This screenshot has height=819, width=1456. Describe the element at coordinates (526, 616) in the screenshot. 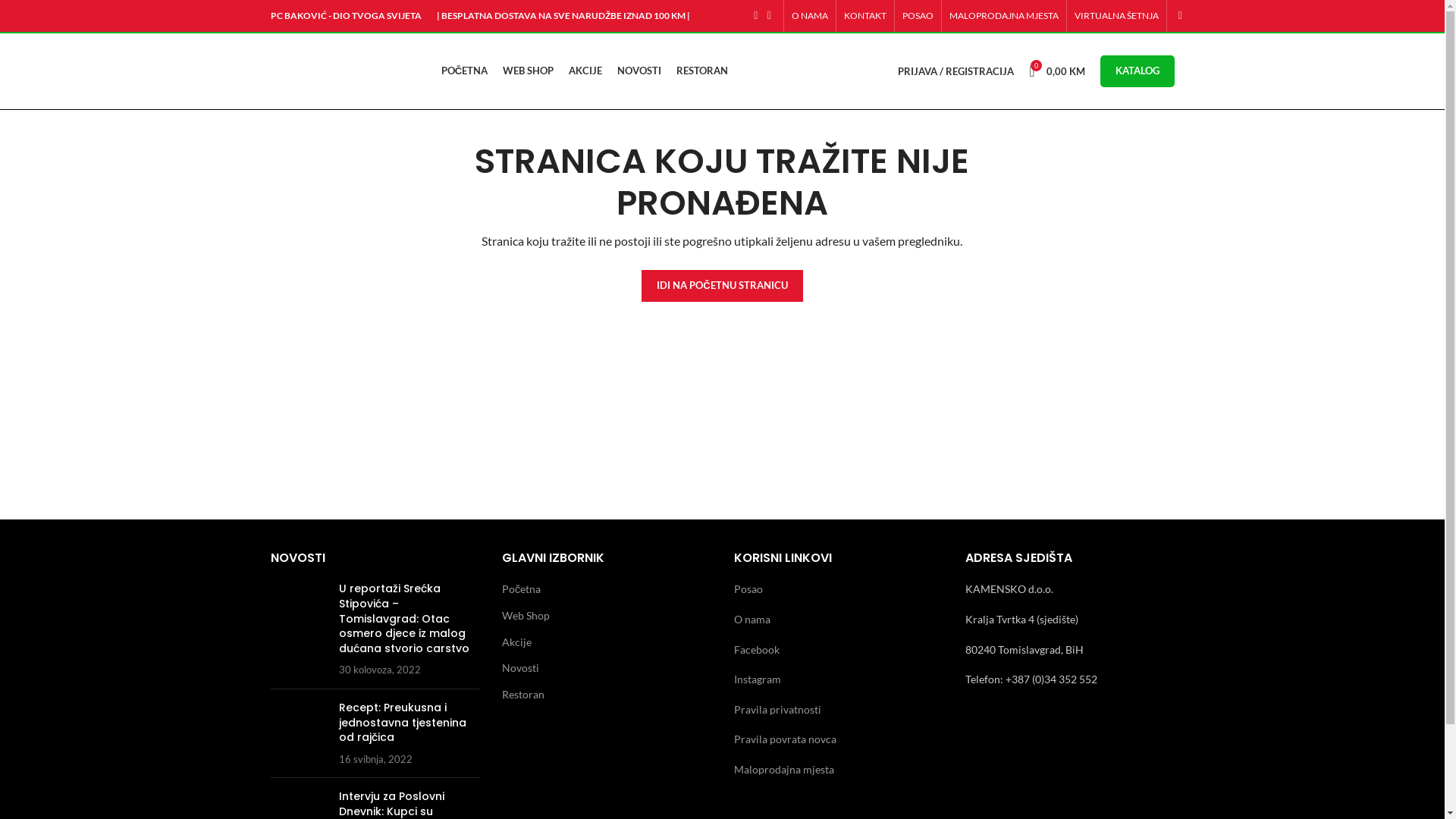

I see `'Web Shop'` at that location.